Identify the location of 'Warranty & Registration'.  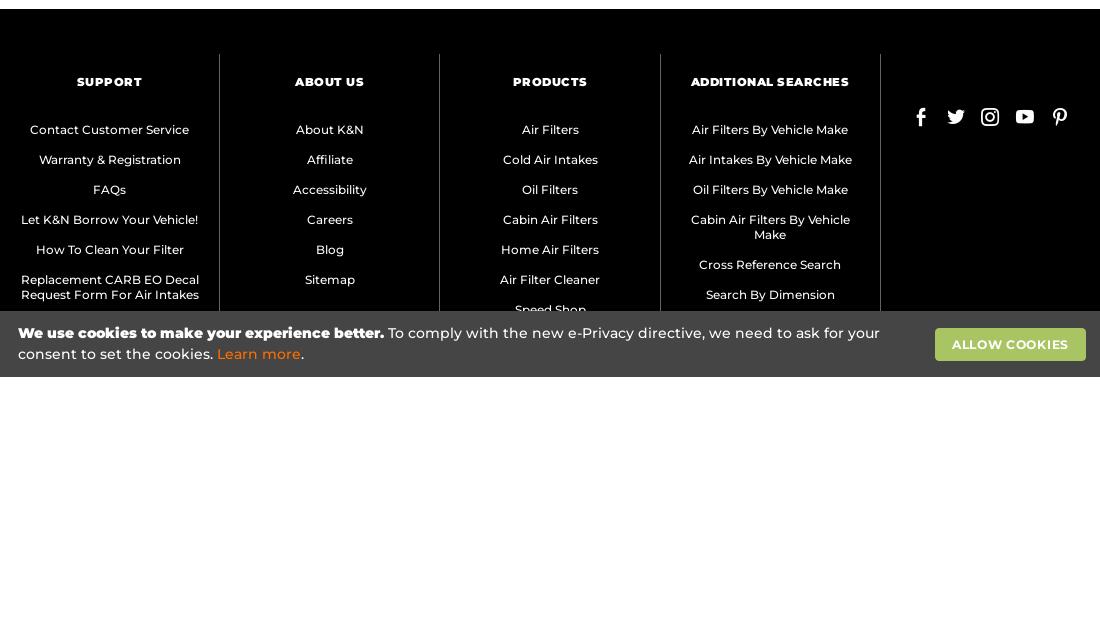
(109, 158).